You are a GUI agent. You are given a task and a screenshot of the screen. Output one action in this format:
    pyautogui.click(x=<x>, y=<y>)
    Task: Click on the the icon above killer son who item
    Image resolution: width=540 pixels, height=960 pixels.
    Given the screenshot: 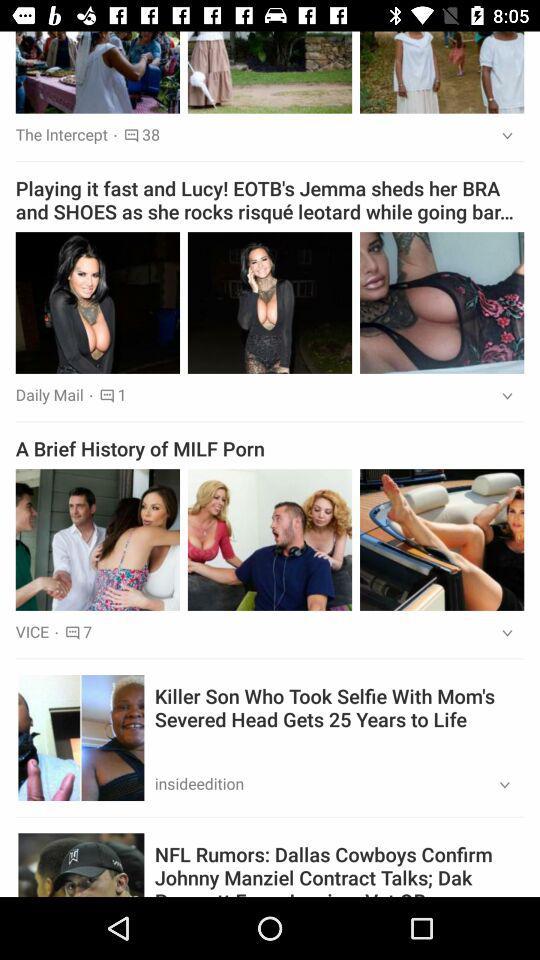 What is the action you would take?
    pyautogui.click(x=500, y=632)
    